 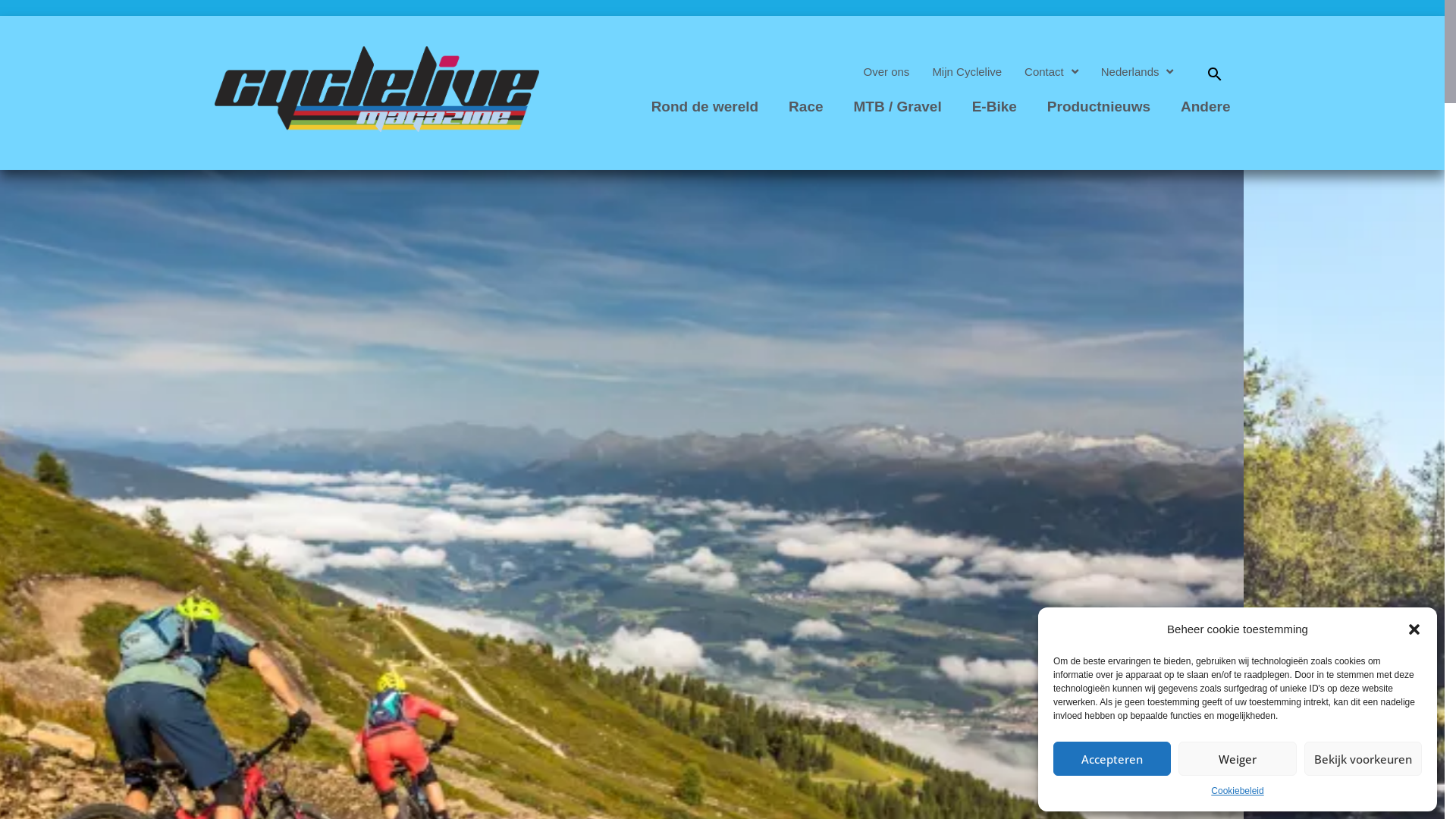 I want to click on 'Weiger', so click(x=1178, y=758).